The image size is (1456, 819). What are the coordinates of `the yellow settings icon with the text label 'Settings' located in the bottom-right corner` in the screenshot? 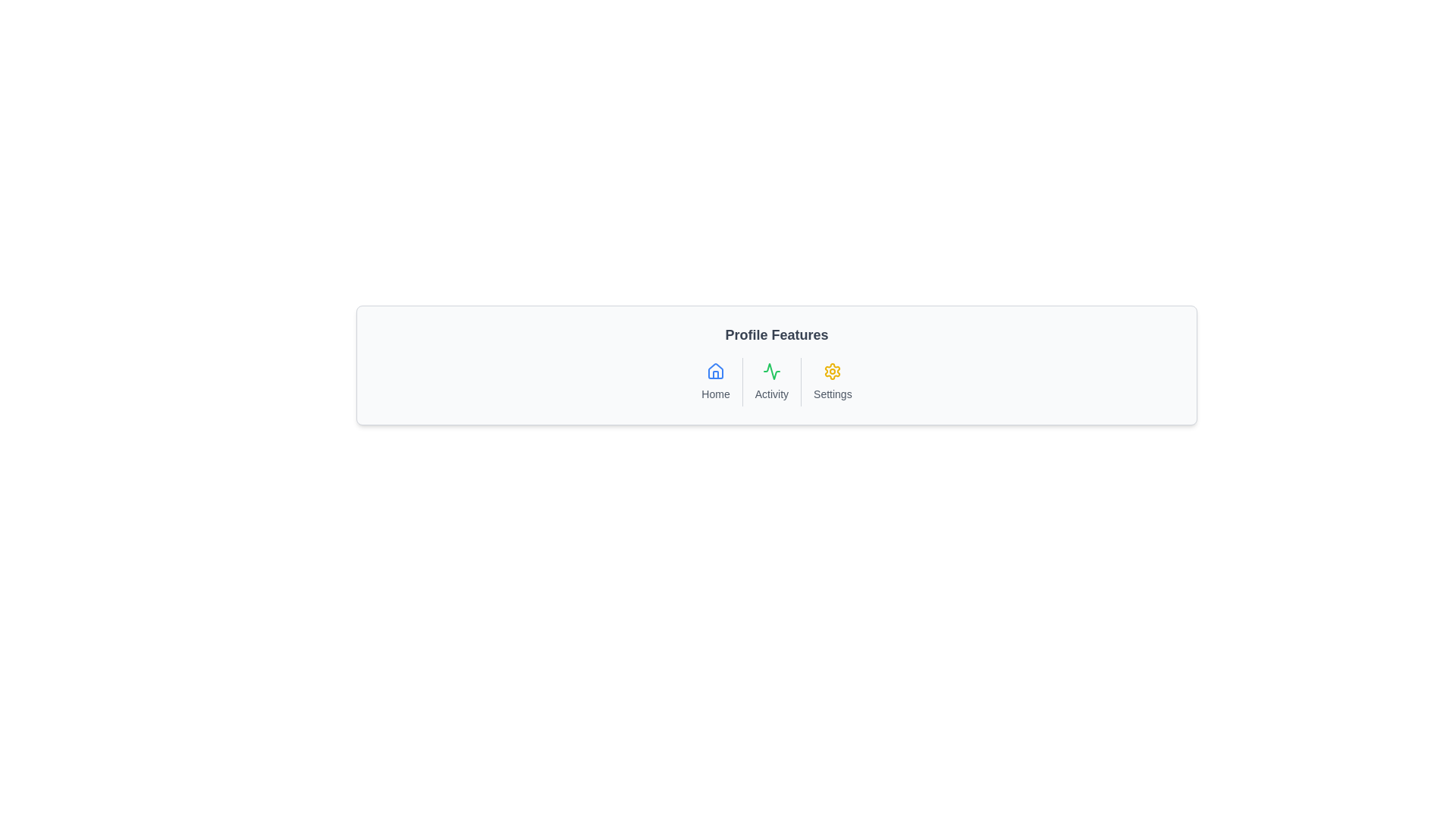 It's located at (832, 381).